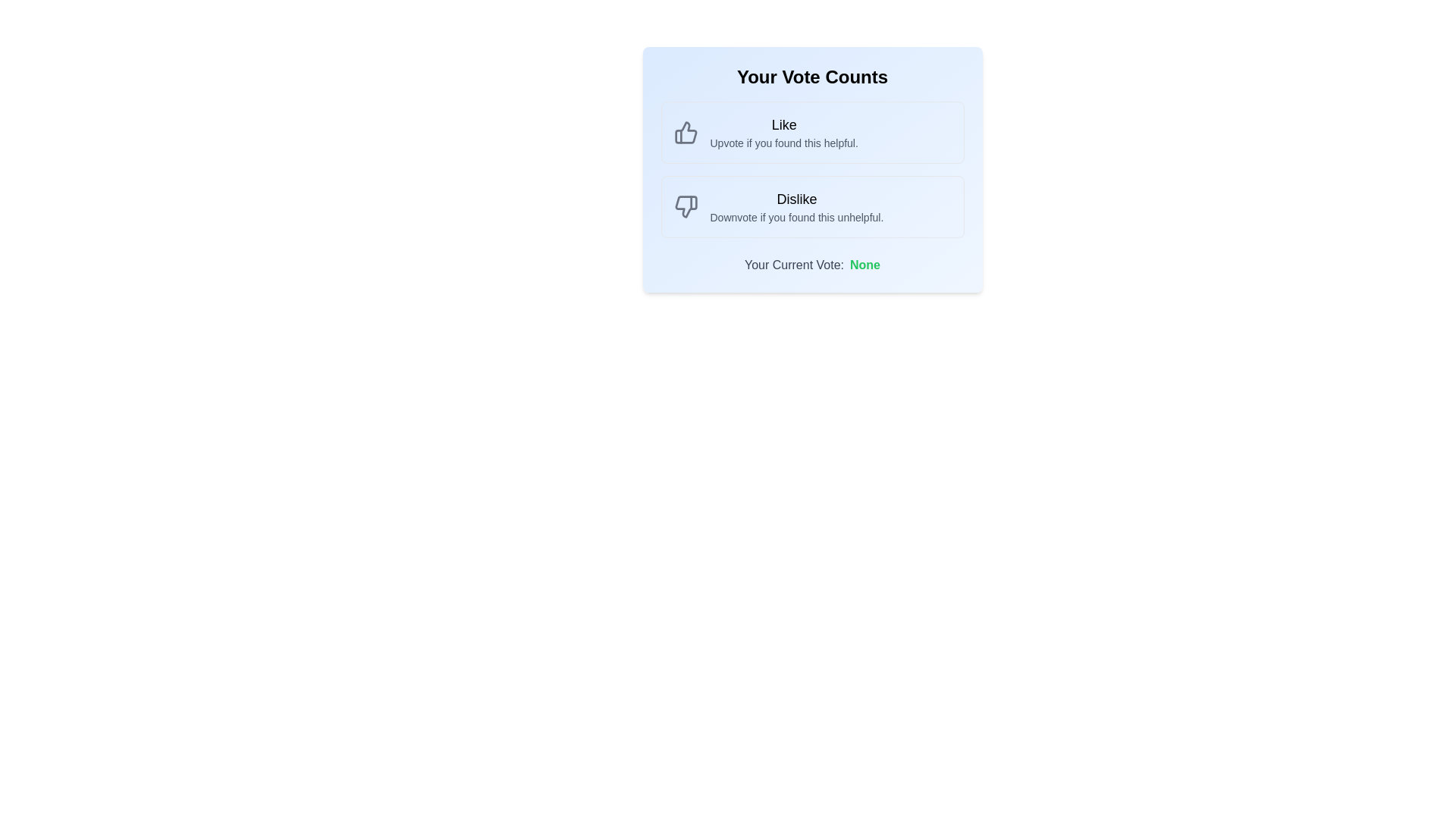 The width and height of the screenshot is (1456, 819). Describe the element at coordinates (784, 131) in the screenshot. I see `the informational Text Label that provides a title and explanation for the thumbs-up icon, located within the bordered card titled 'Your Vote Counts'` at that location.